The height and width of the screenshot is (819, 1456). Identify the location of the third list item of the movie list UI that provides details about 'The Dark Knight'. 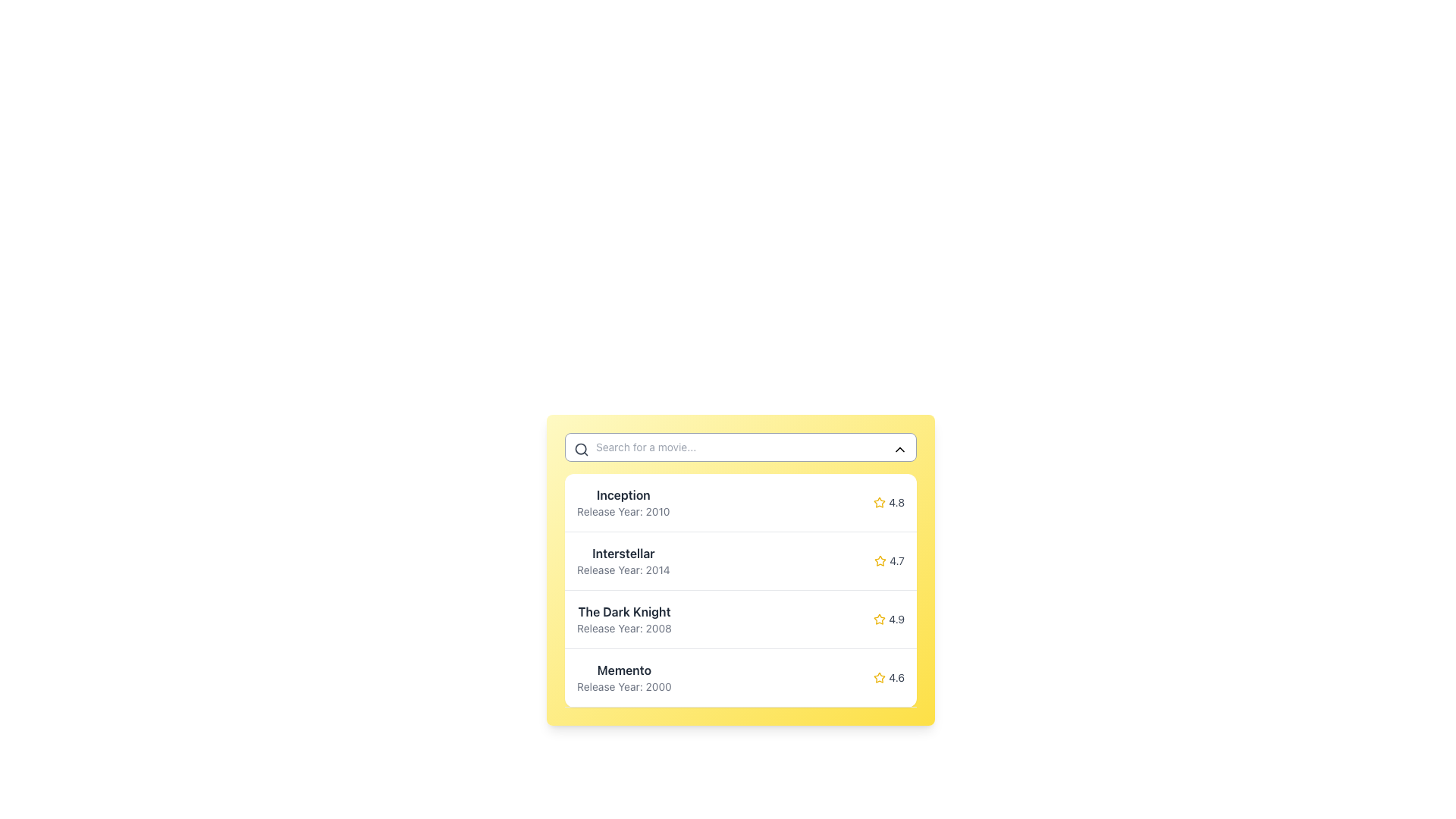
(741, 620).